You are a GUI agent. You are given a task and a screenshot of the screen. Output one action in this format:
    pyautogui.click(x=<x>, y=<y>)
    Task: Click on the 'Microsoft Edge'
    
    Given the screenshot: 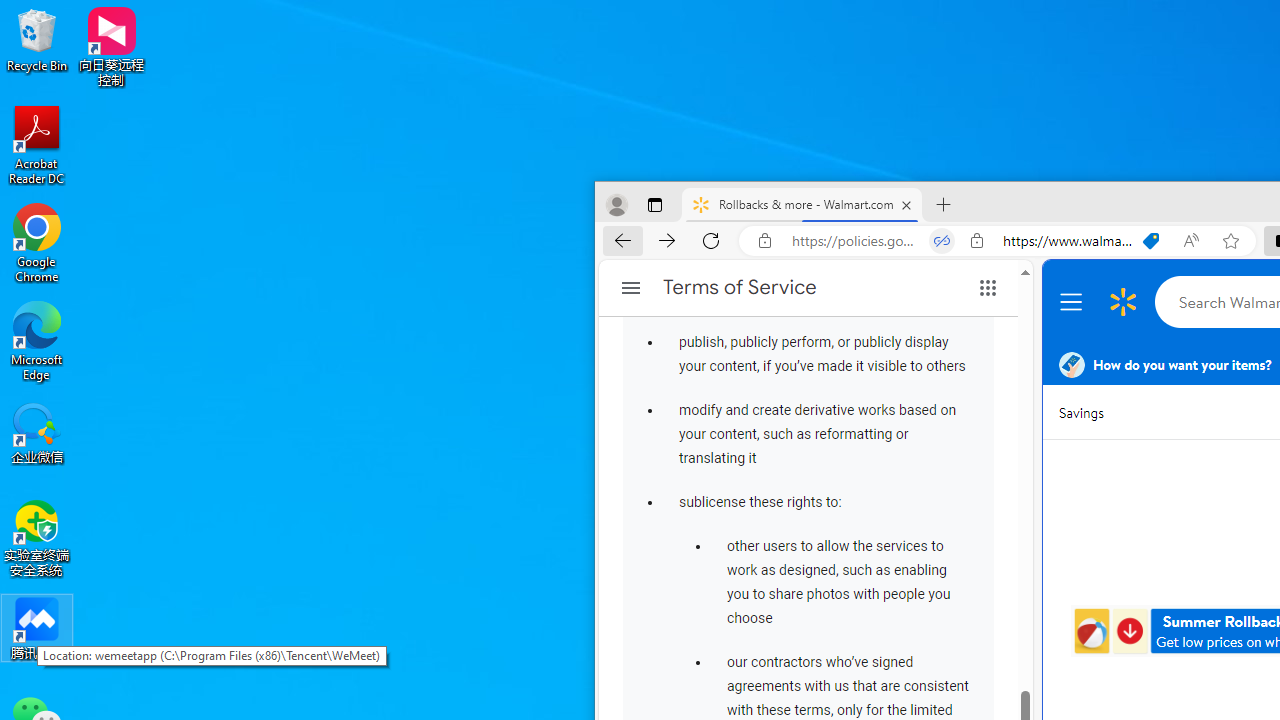 What is the action you would take?
    pyautogui.click(x=37, y=340)
    